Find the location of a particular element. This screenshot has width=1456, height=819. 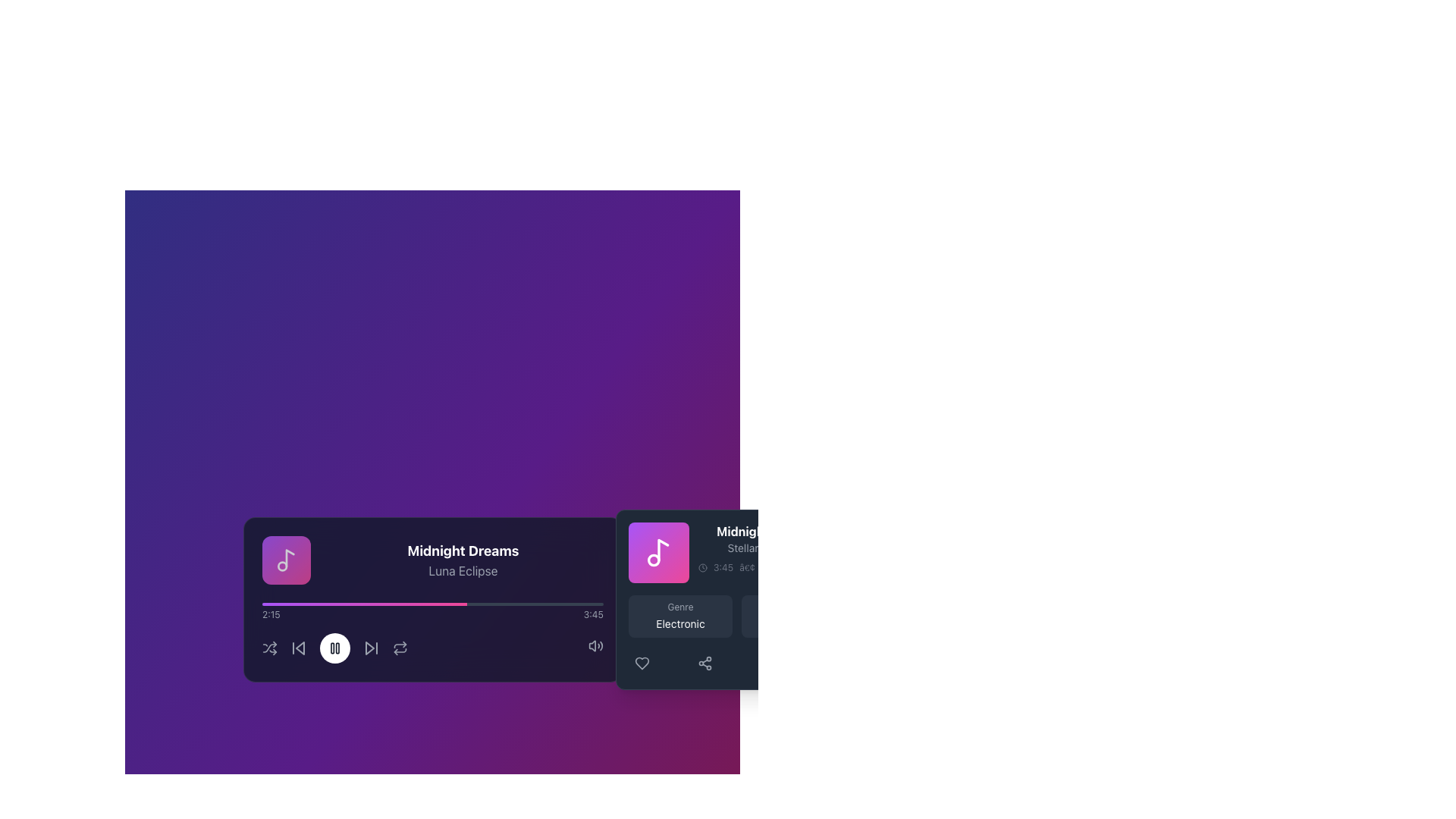

the Pause button icon, which is a circular button with a white background located at the bottom center of the music player interface is located at coordinates (334, 648).